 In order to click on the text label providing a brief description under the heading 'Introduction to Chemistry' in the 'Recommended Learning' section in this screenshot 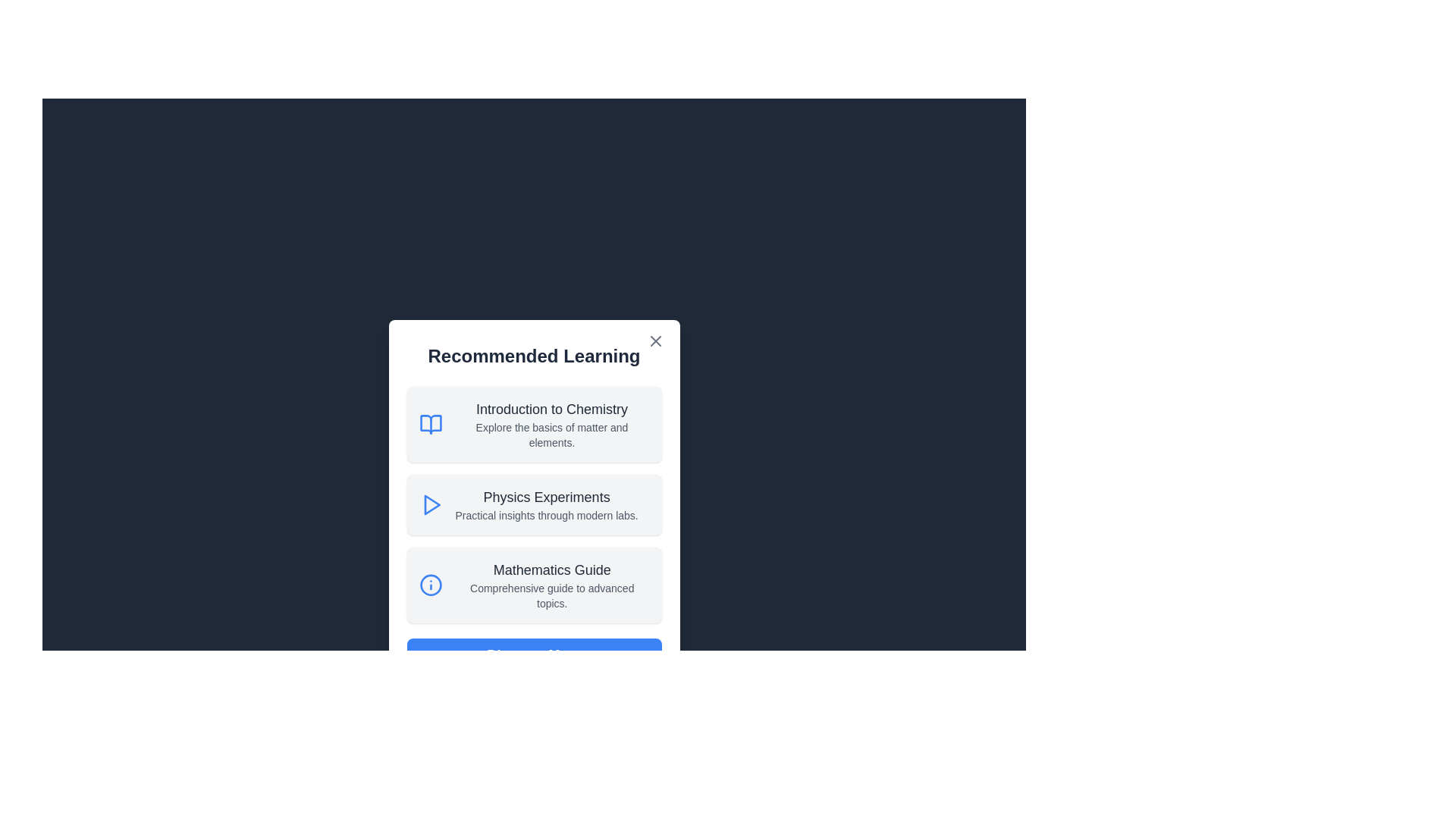, I will do `click(551, 435)`.